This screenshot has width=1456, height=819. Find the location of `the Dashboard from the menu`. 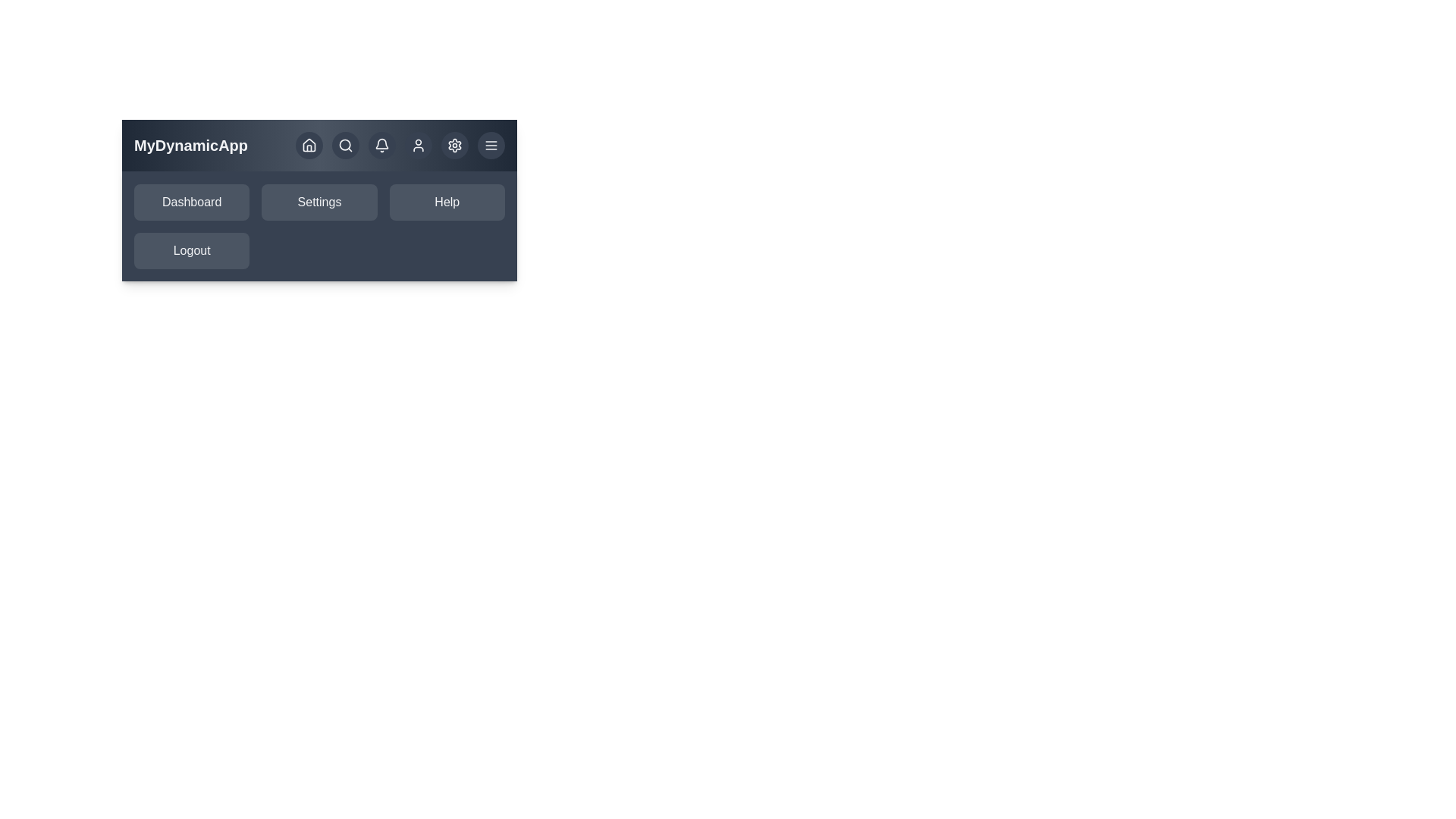

the Dashboard from the menu is located at coordinates (191, 201).